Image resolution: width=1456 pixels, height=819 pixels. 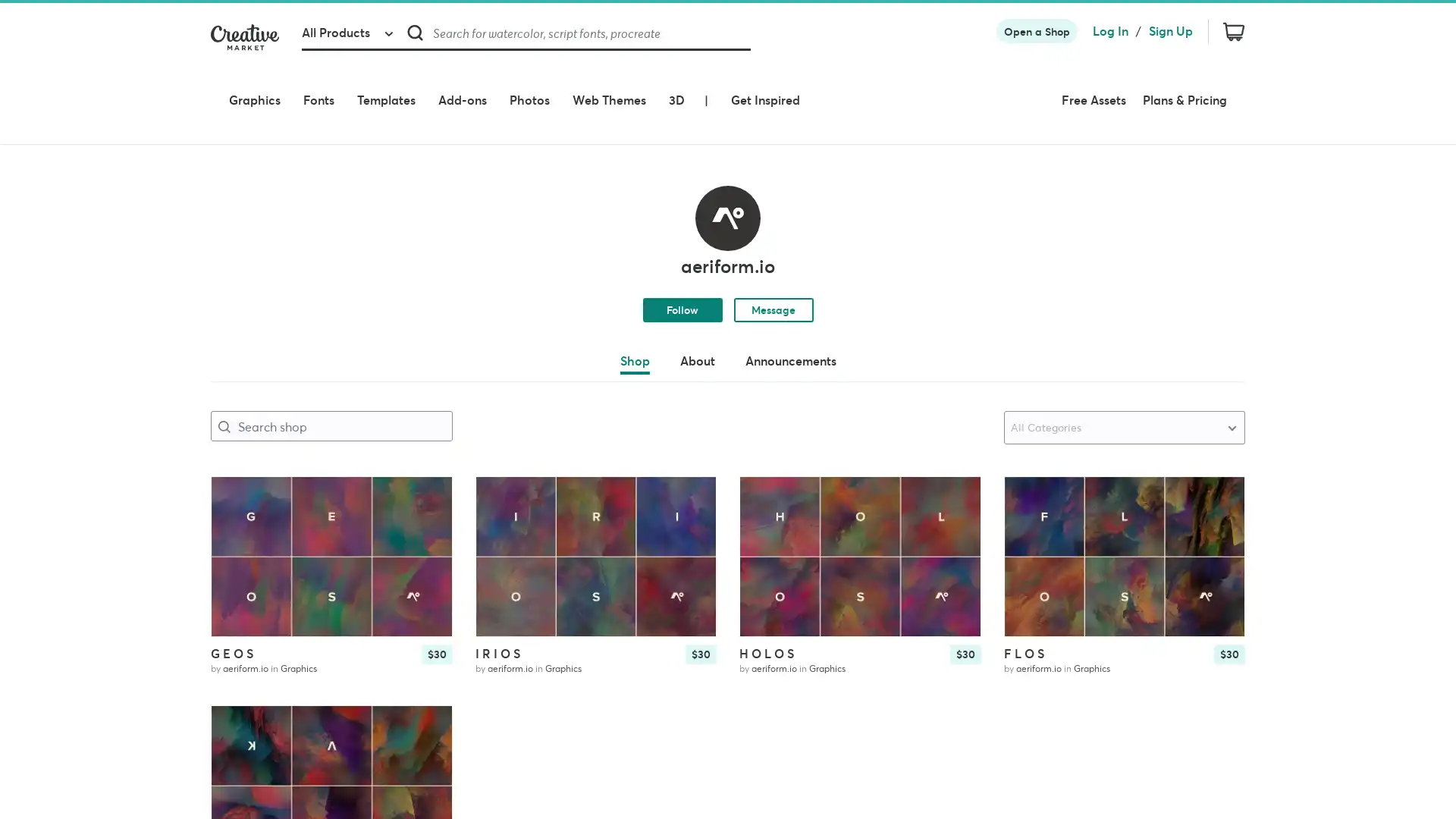 What do you see at coordinates (955, 444) in the screenshot?
I see `Like` at bounding box center [955, 444].